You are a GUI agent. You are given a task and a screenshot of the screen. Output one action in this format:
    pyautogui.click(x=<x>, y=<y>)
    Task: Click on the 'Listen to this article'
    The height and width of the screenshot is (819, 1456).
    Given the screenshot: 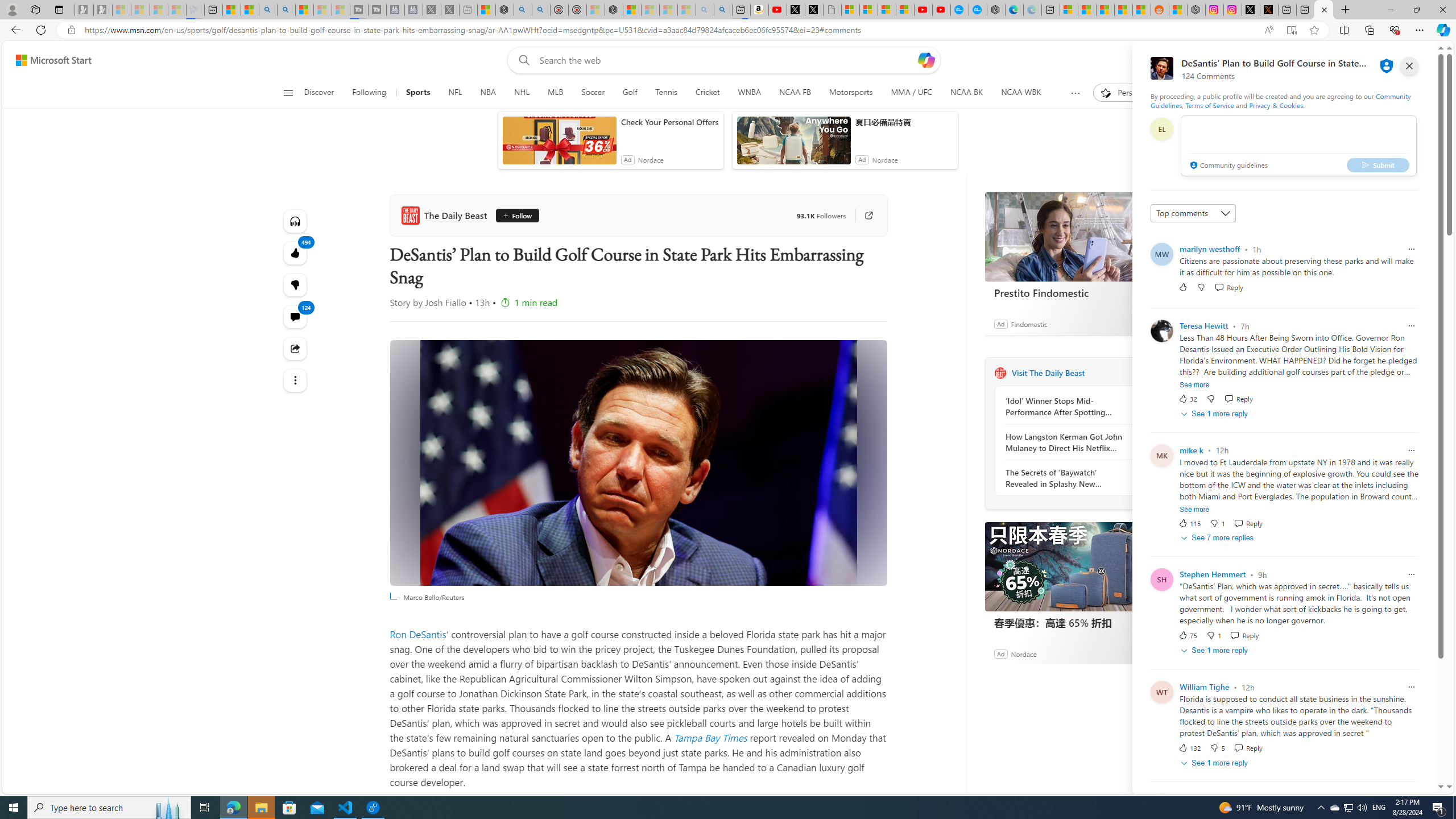 What is the action you would take?
    pyautogui.click(x=295, y=221)
    